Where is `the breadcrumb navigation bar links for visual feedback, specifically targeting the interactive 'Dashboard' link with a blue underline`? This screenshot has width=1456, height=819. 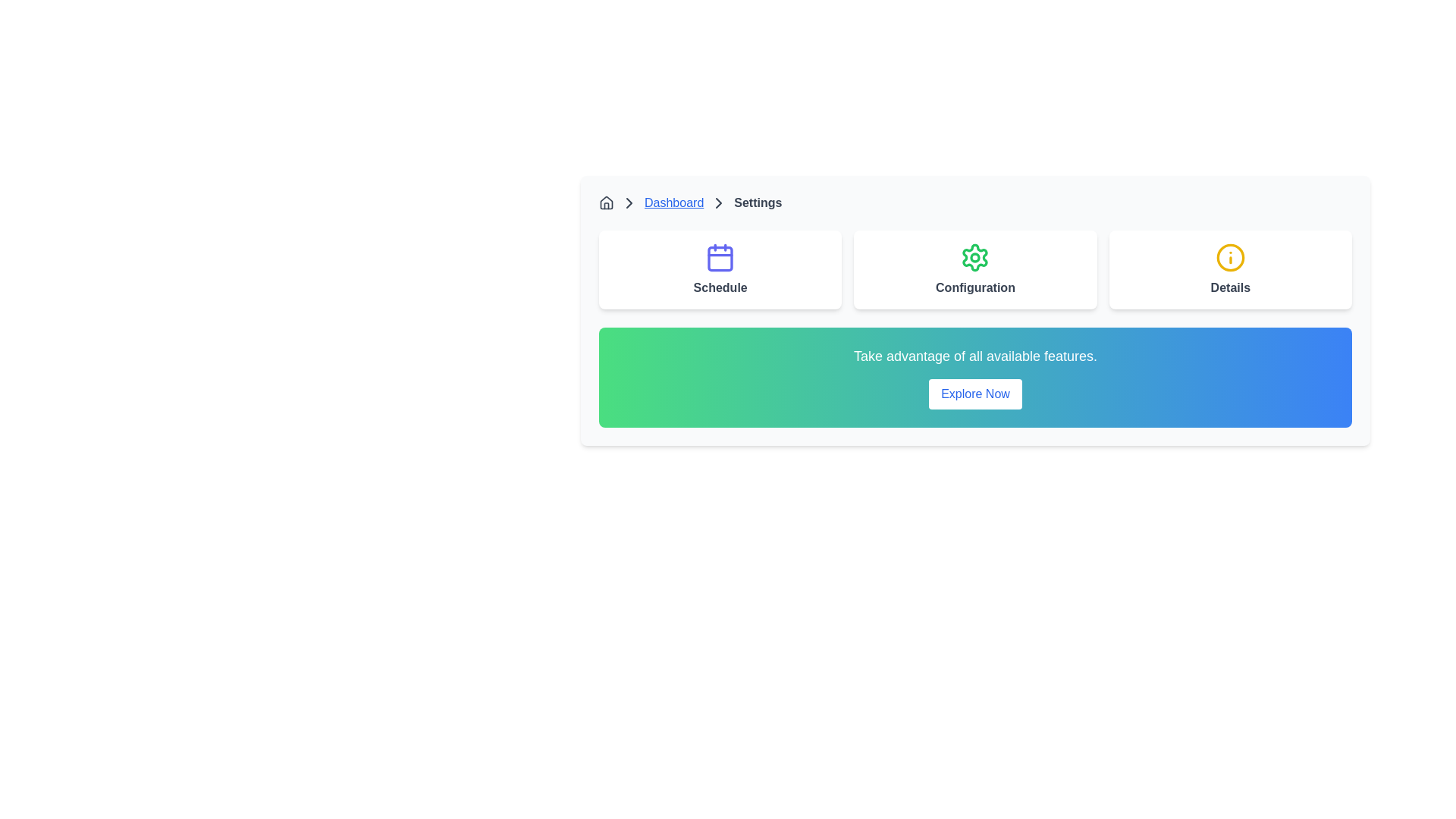
the breadcrumb navigation bar links for visual feedback, specifically targeting the interactive 'Dashboard' link with a blue underline is located at coordinates (975, 202).